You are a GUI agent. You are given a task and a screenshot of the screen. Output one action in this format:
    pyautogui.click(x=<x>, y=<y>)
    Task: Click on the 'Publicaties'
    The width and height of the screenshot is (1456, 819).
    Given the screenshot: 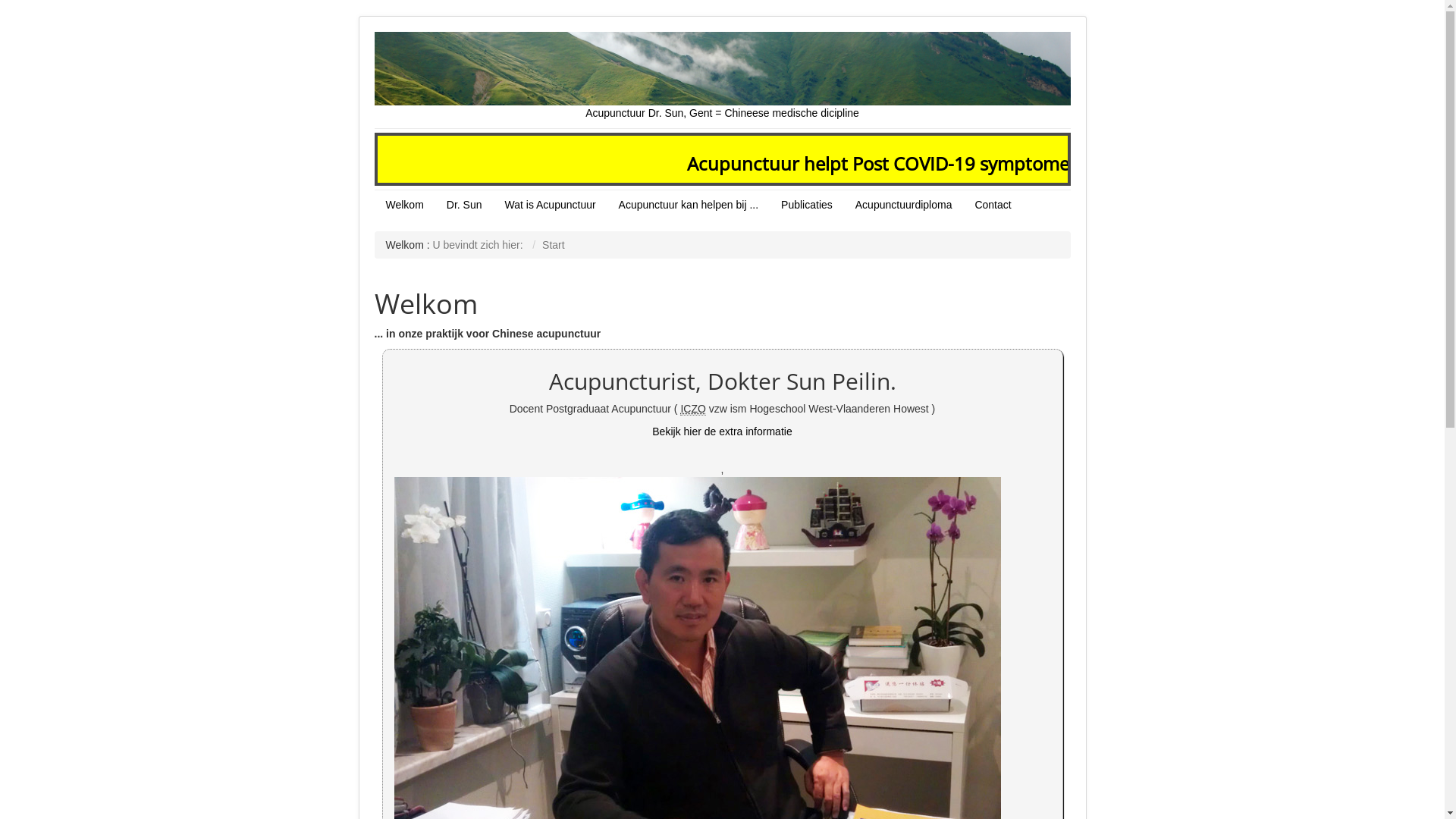 What is the action you would take?
    pyautogui.click(x=806, y=205)
    